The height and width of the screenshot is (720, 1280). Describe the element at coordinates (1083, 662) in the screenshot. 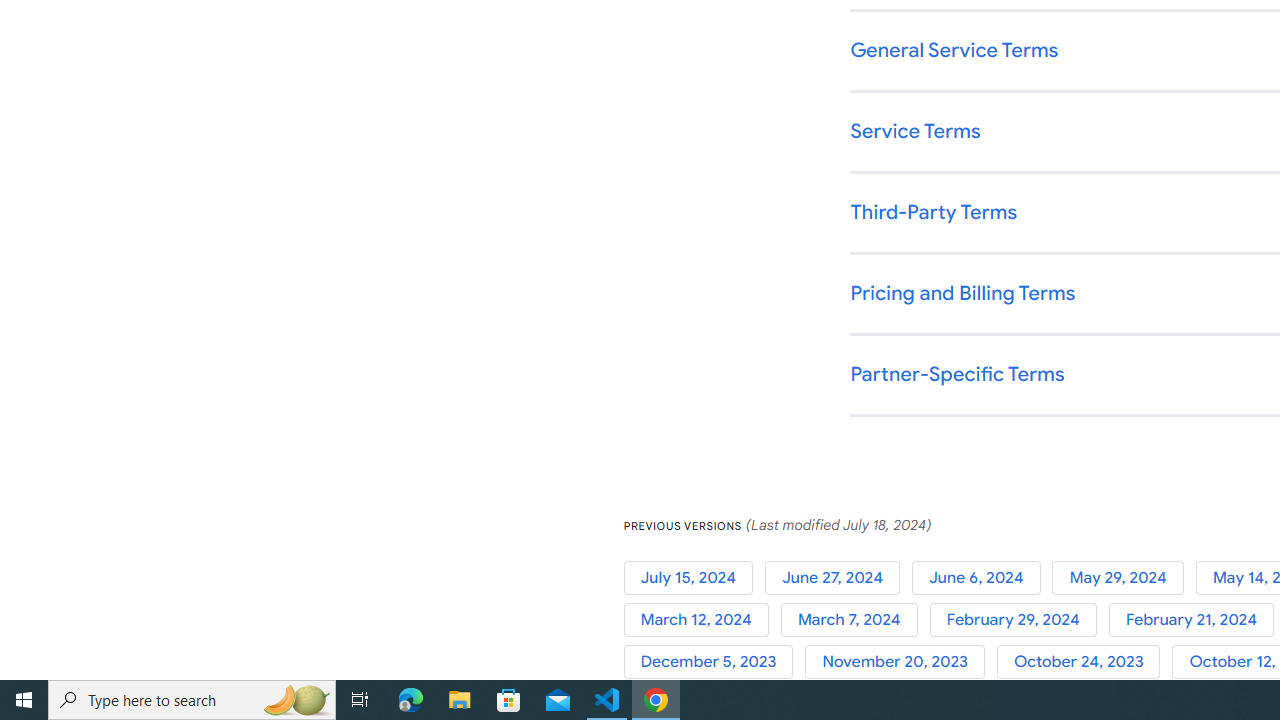

I see `'October 24, 2023'` at that location.